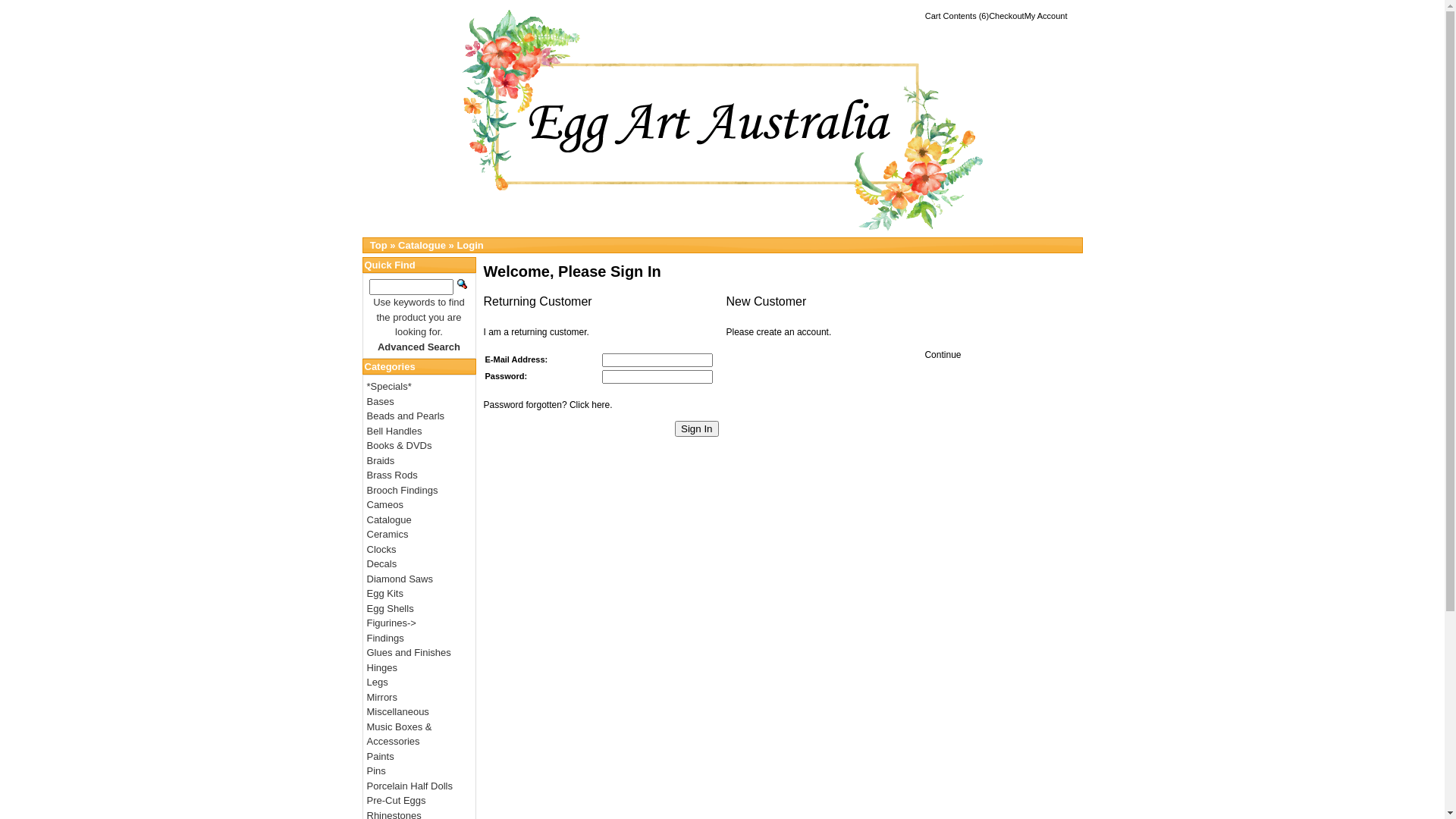  Describe the element at coordinates (381, 548) in the screenshot. I see `'Clocks'` at that location.